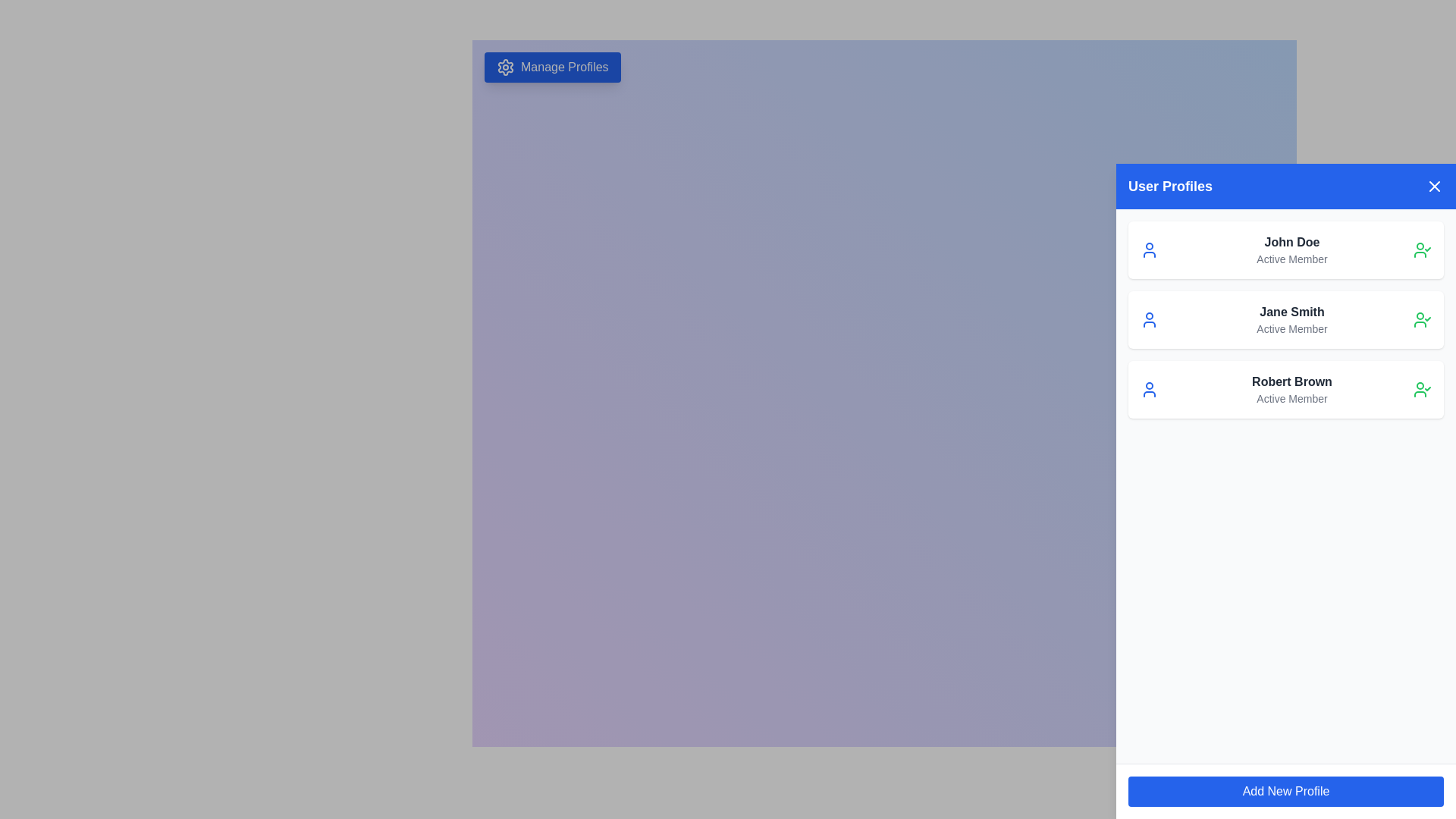 The image size is (1456, 819). What do you see at coordinates (1422, 249) in the screenshot?
I see `the active status icon located within John Doe's profile card, positioned towards the right edge adjacent to the Active Member label` at bounding box center [1422, 249].